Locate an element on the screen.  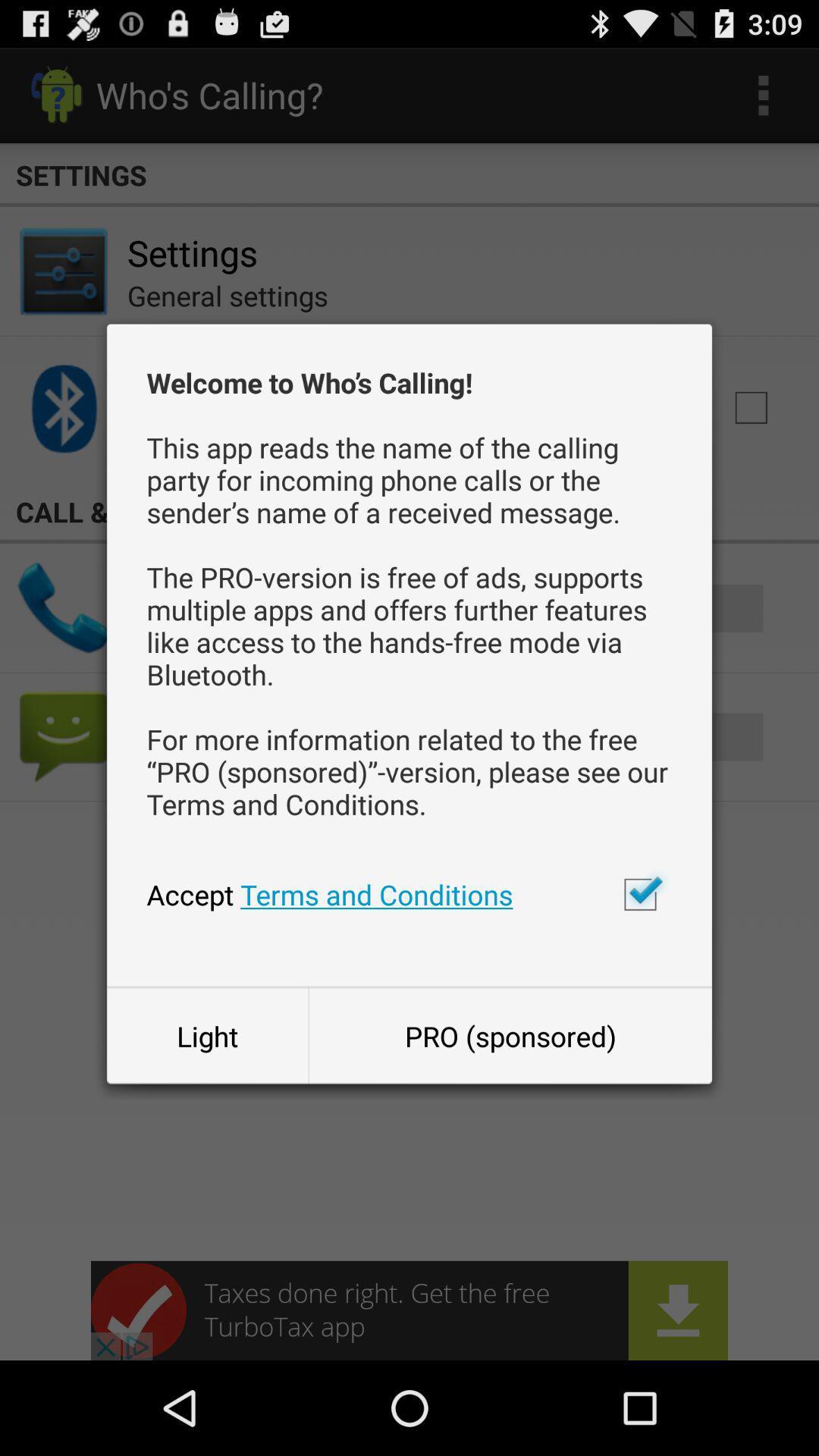
button to the left of pro (sponsored) icon is located at coordinates (207, 1035).